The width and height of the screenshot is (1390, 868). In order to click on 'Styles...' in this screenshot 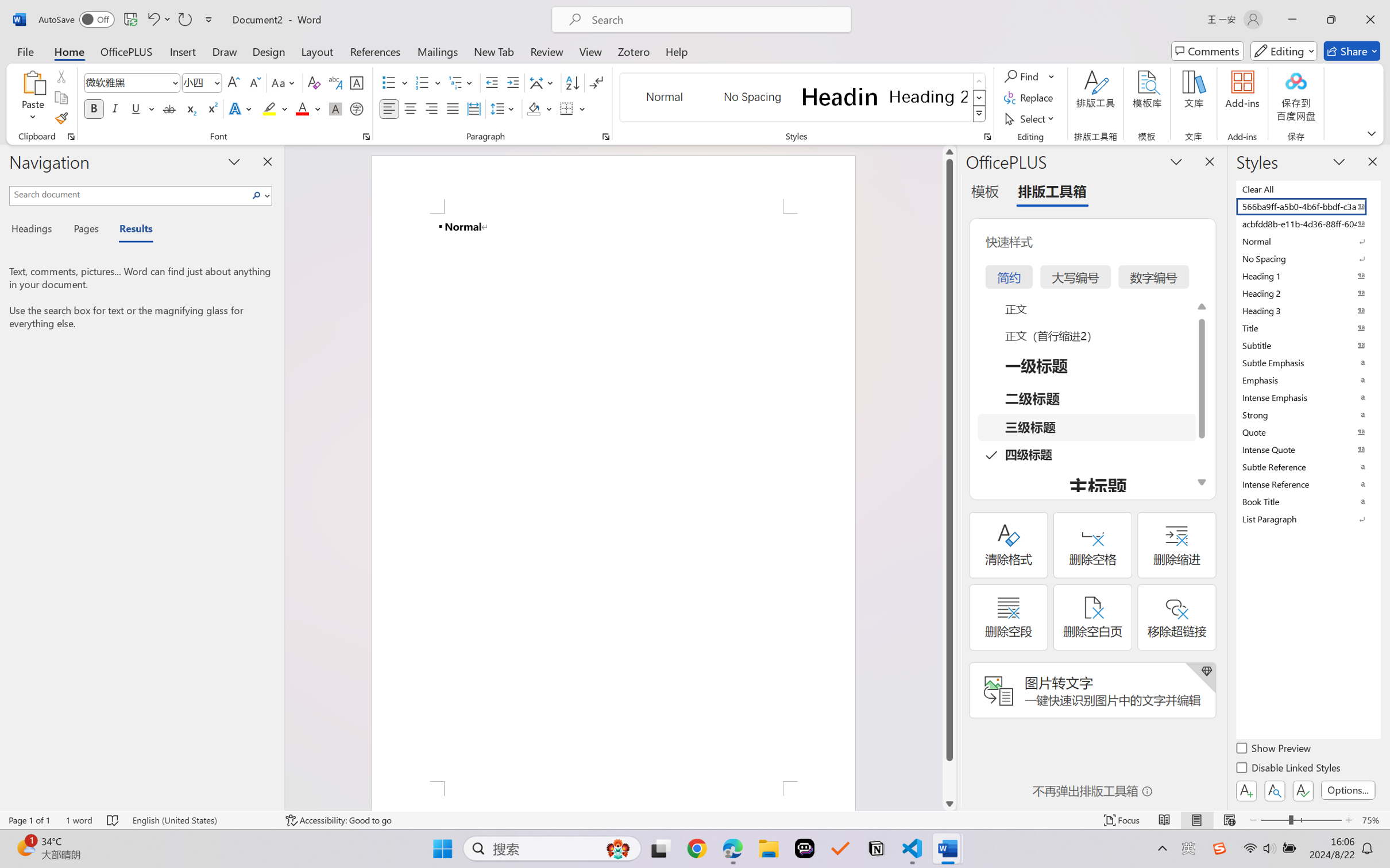, I will do `click(987, 136)`.